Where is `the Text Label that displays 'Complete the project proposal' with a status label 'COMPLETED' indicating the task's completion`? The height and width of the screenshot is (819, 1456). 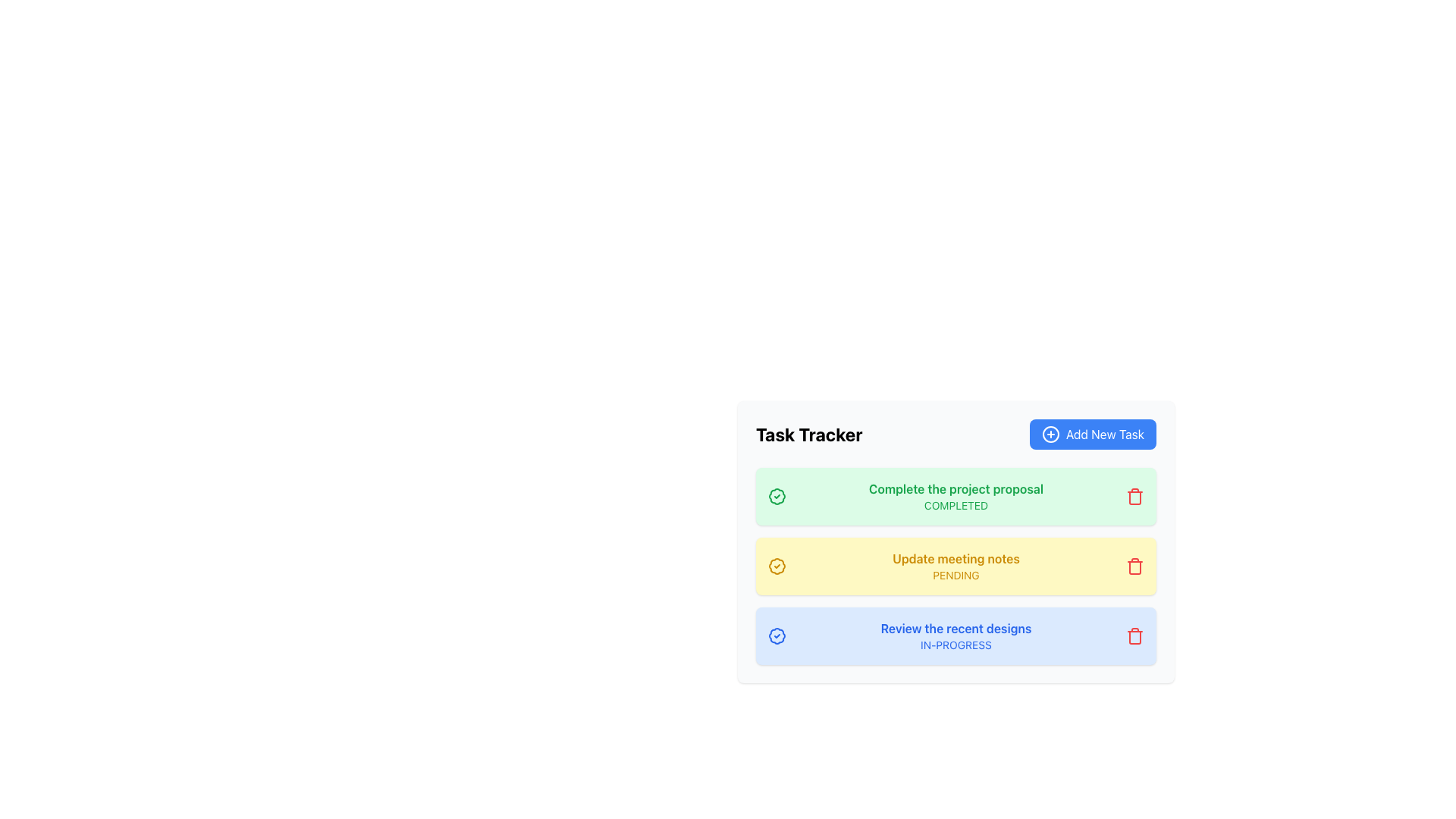
the Text Label that displays 'Complete the project proposal' with a status label 'COMPLETED' indicating the task's completion is located at coordinates (955, 497).